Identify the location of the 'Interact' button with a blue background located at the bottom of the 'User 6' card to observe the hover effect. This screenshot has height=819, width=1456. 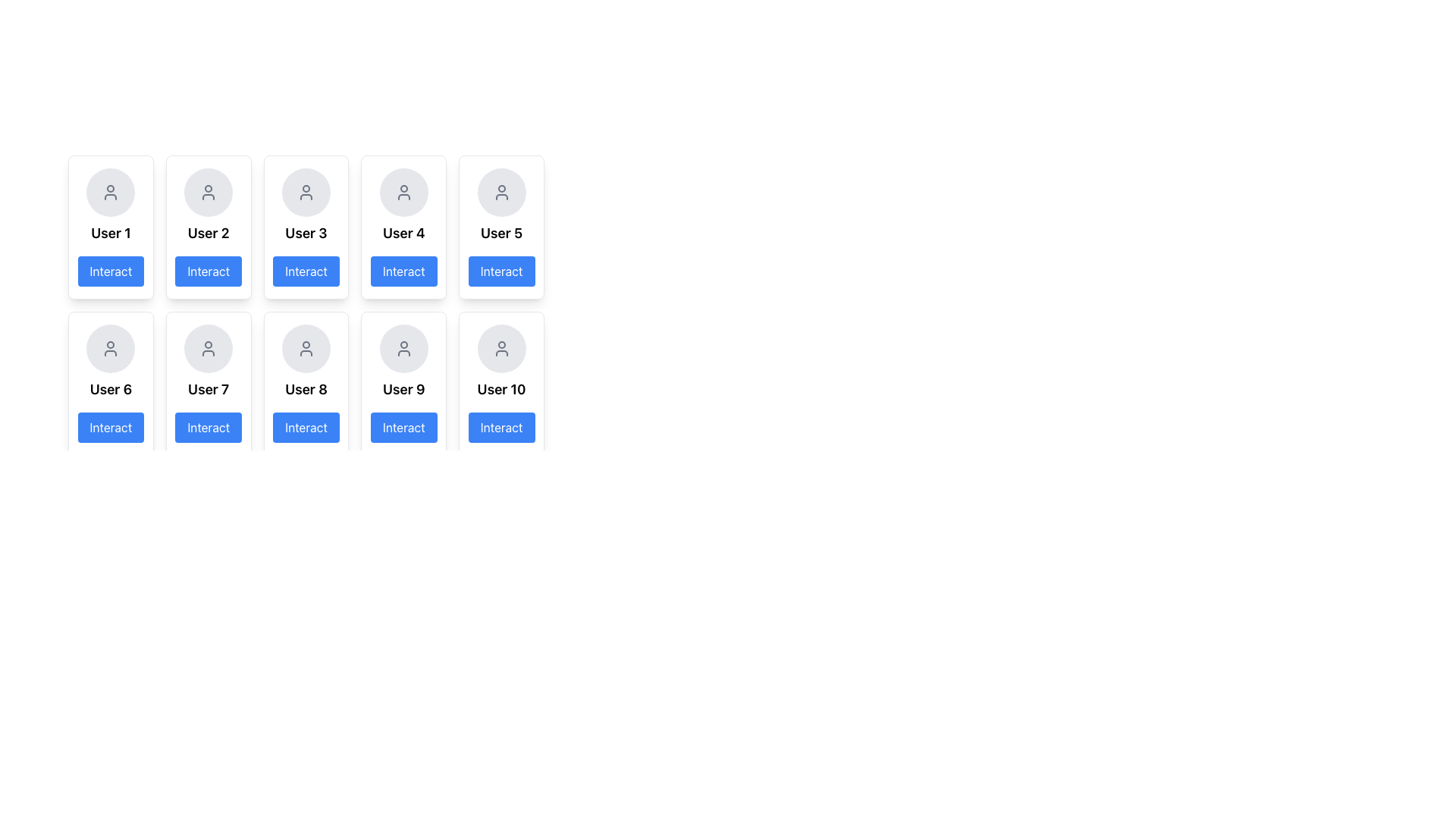
(110, 427).